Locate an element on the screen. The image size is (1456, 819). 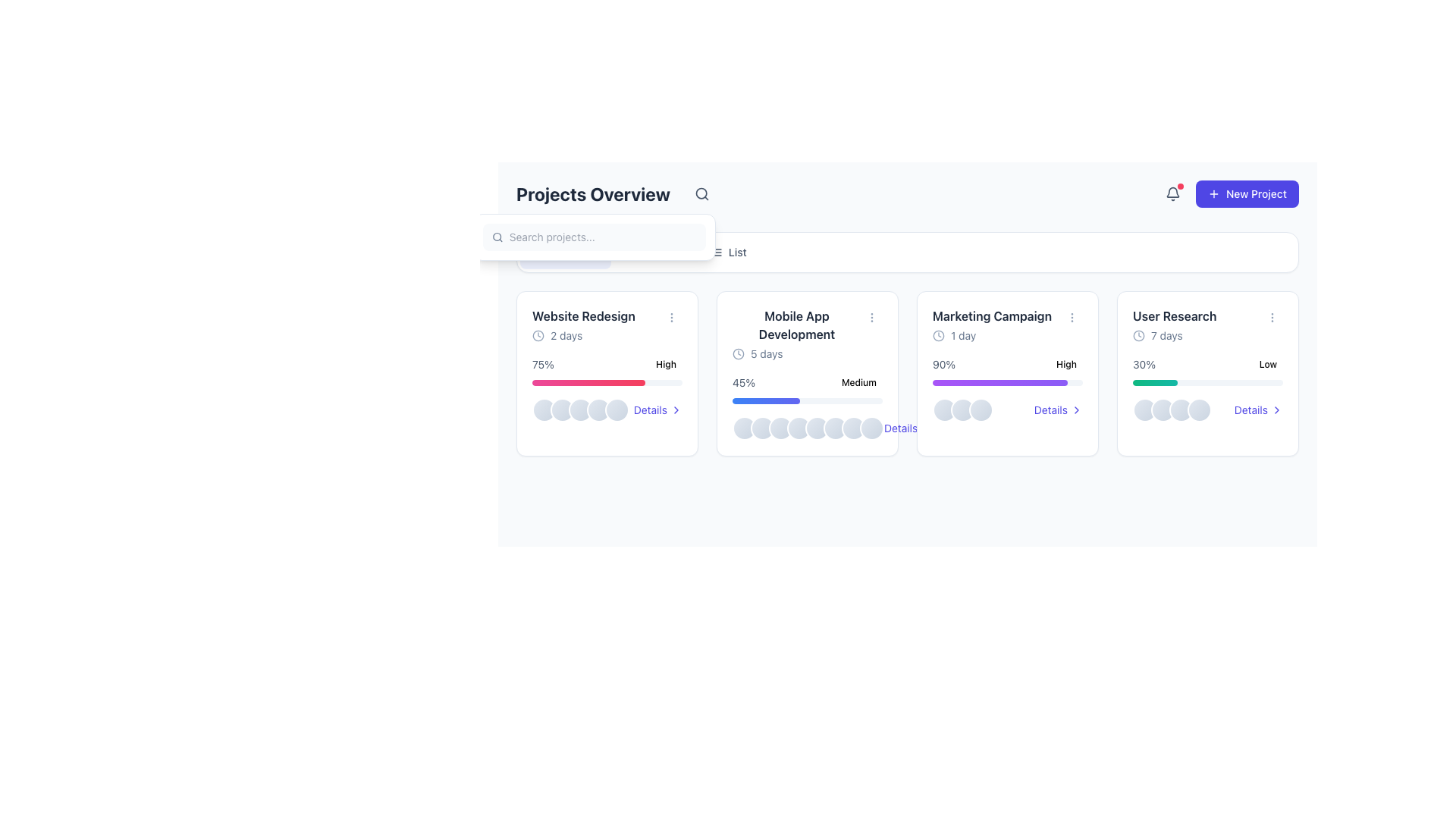
the decorative circular icon that indicates status within the 'Mobile App Development' card, which is the seventh icon in a row of eight is located at coordinates (854, 428).